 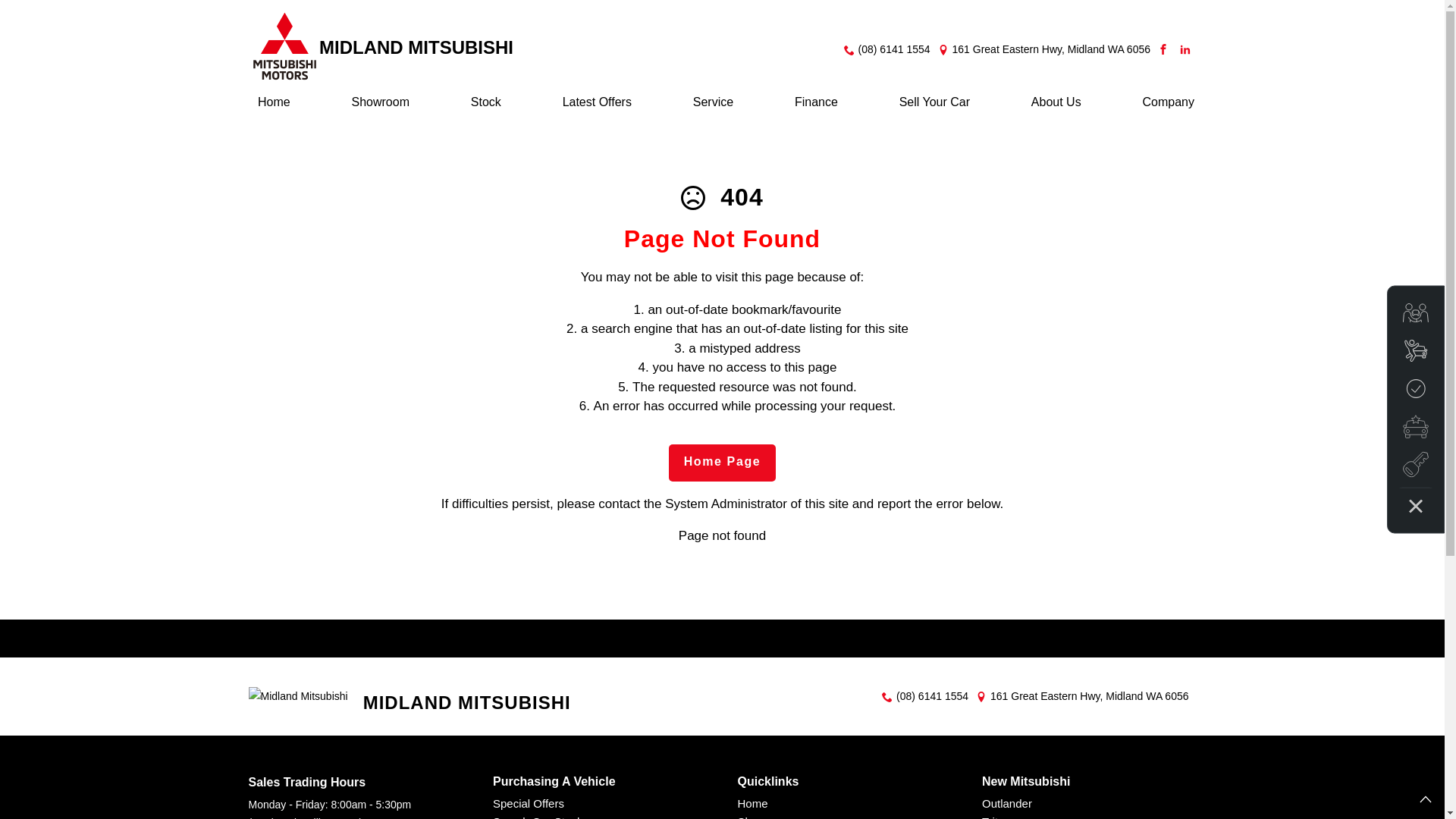 I want to click on 'Finance', so click(x=786, y=107).